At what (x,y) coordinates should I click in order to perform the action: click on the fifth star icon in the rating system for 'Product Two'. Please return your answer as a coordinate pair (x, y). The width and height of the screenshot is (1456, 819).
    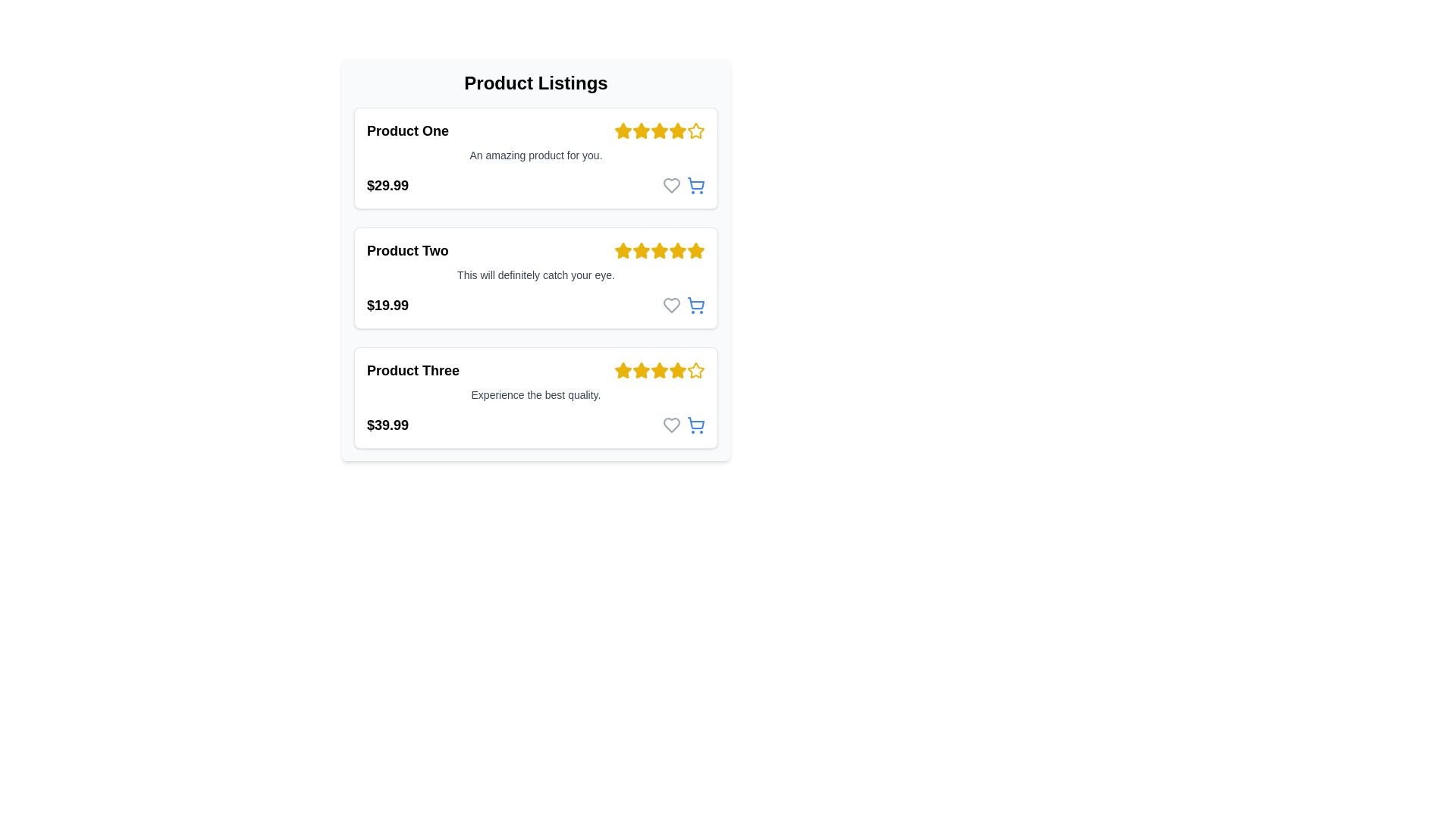
    Looking at the image, I should click on (695, 250).